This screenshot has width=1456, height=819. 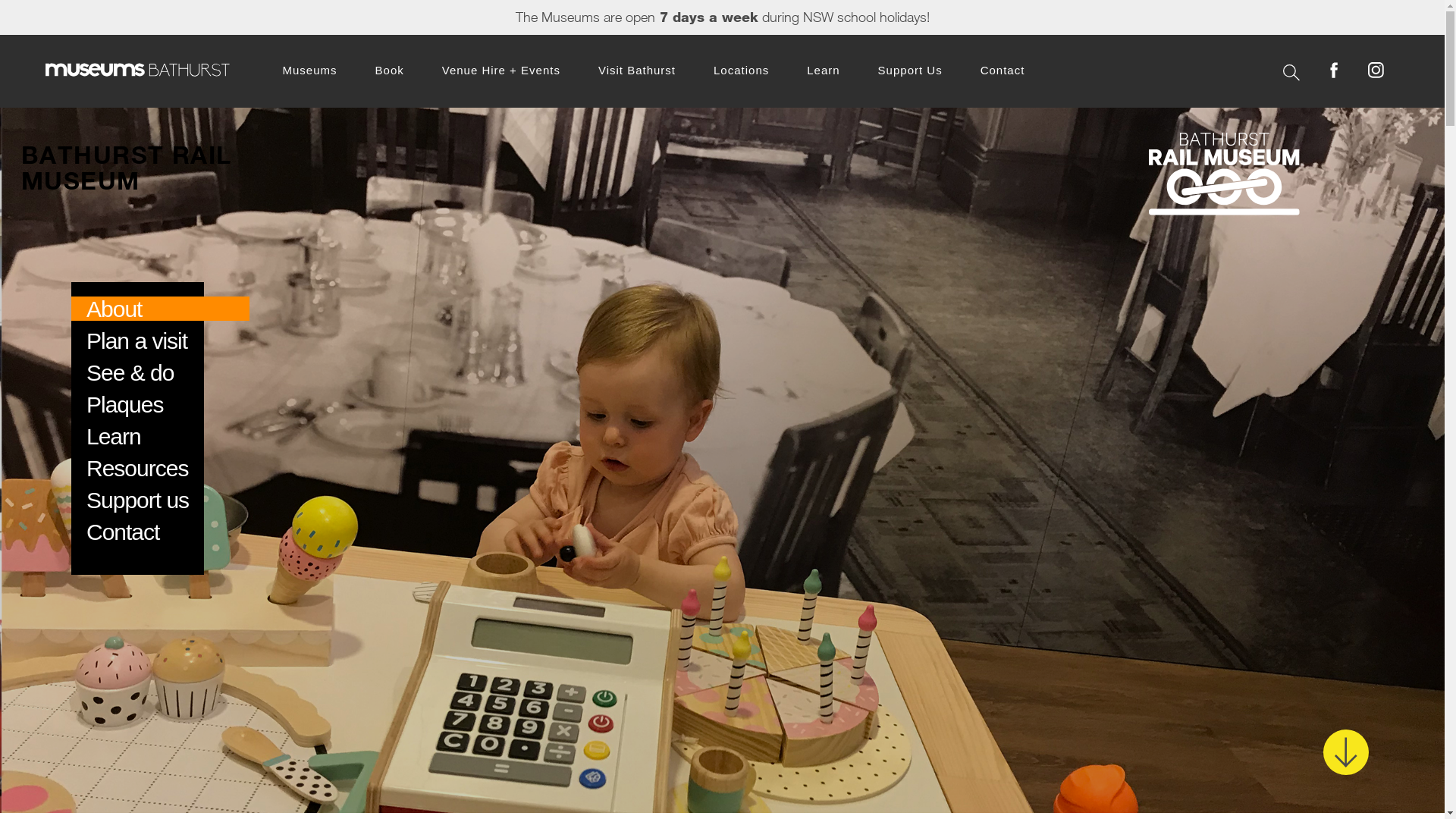 What do you see at coordinates (123, 531) in the screenshot?
I see `'Contact'` at bounding box center [123, 531].